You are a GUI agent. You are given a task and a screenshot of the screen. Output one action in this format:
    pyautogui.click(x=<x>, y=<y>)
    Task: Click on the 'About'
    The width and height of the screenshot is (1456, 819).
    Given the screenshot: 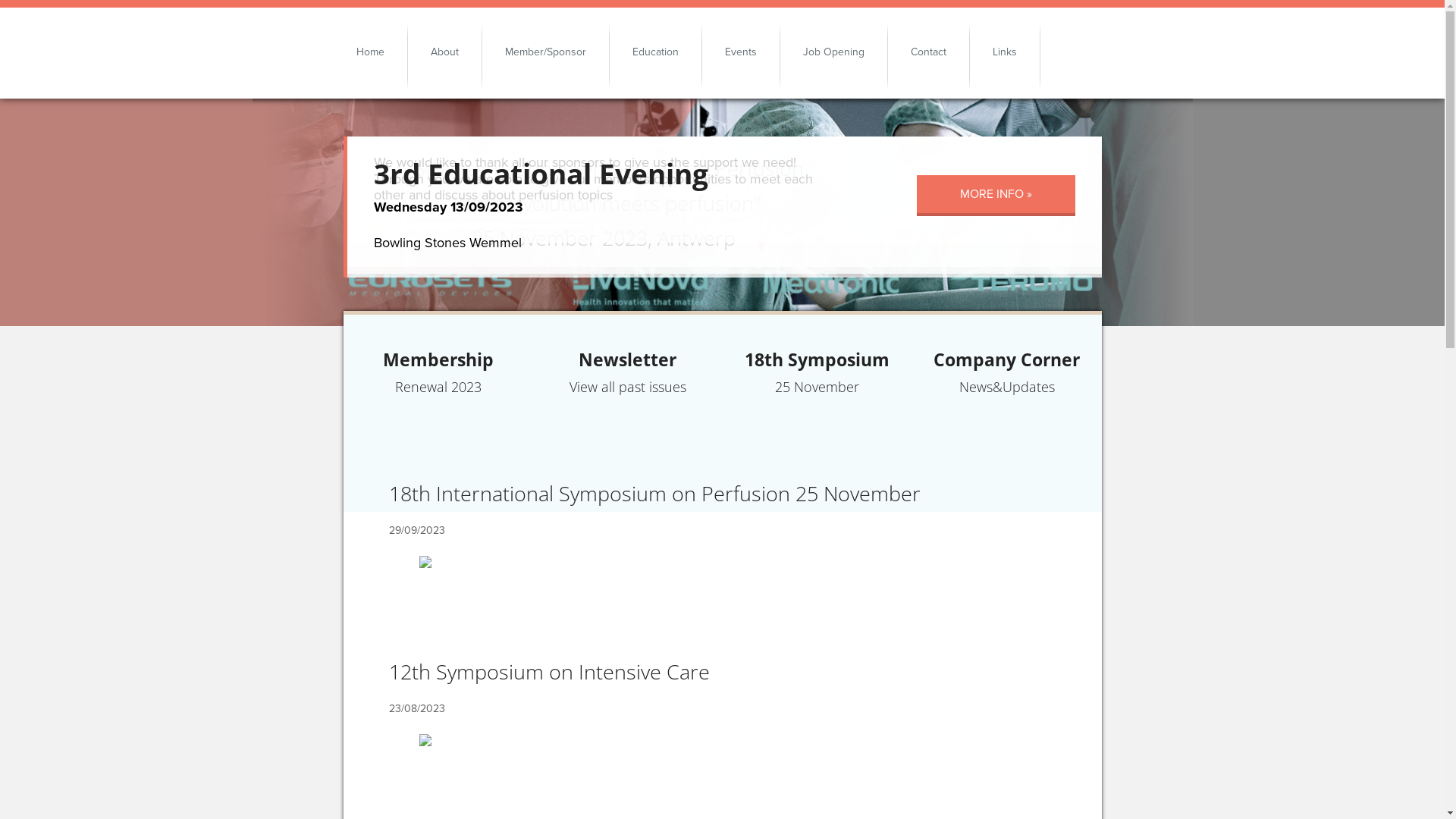 What is the action you would take?
    pyautogui.click(x=444, y=51)
    